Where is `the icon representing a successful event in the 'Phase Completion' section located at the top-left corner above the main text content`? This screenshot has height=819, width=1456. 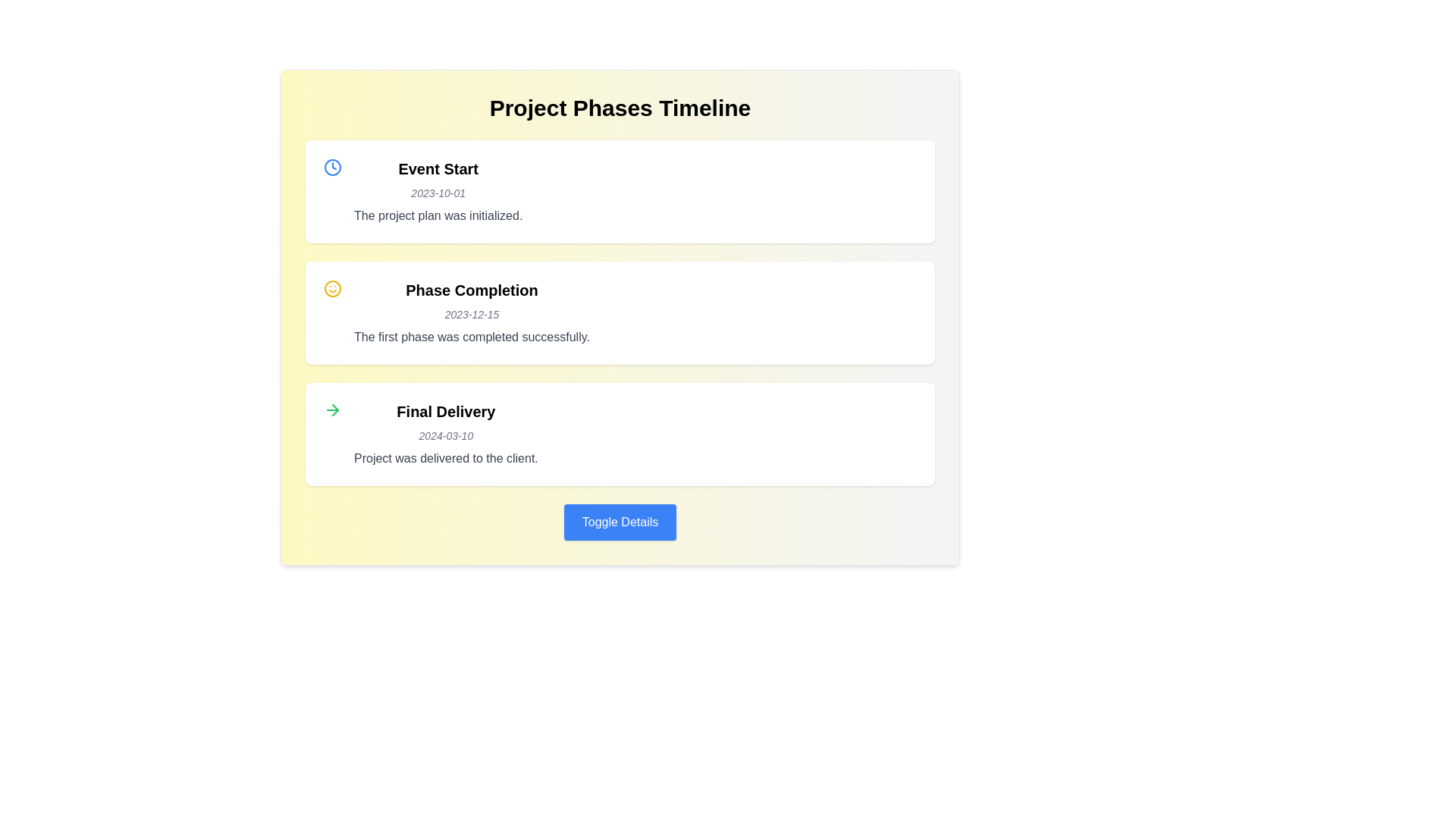 the icon representing a successful event in the 'Phase Completion' section located at the top-left corner above the main text content is located at coordinates (331, 289).